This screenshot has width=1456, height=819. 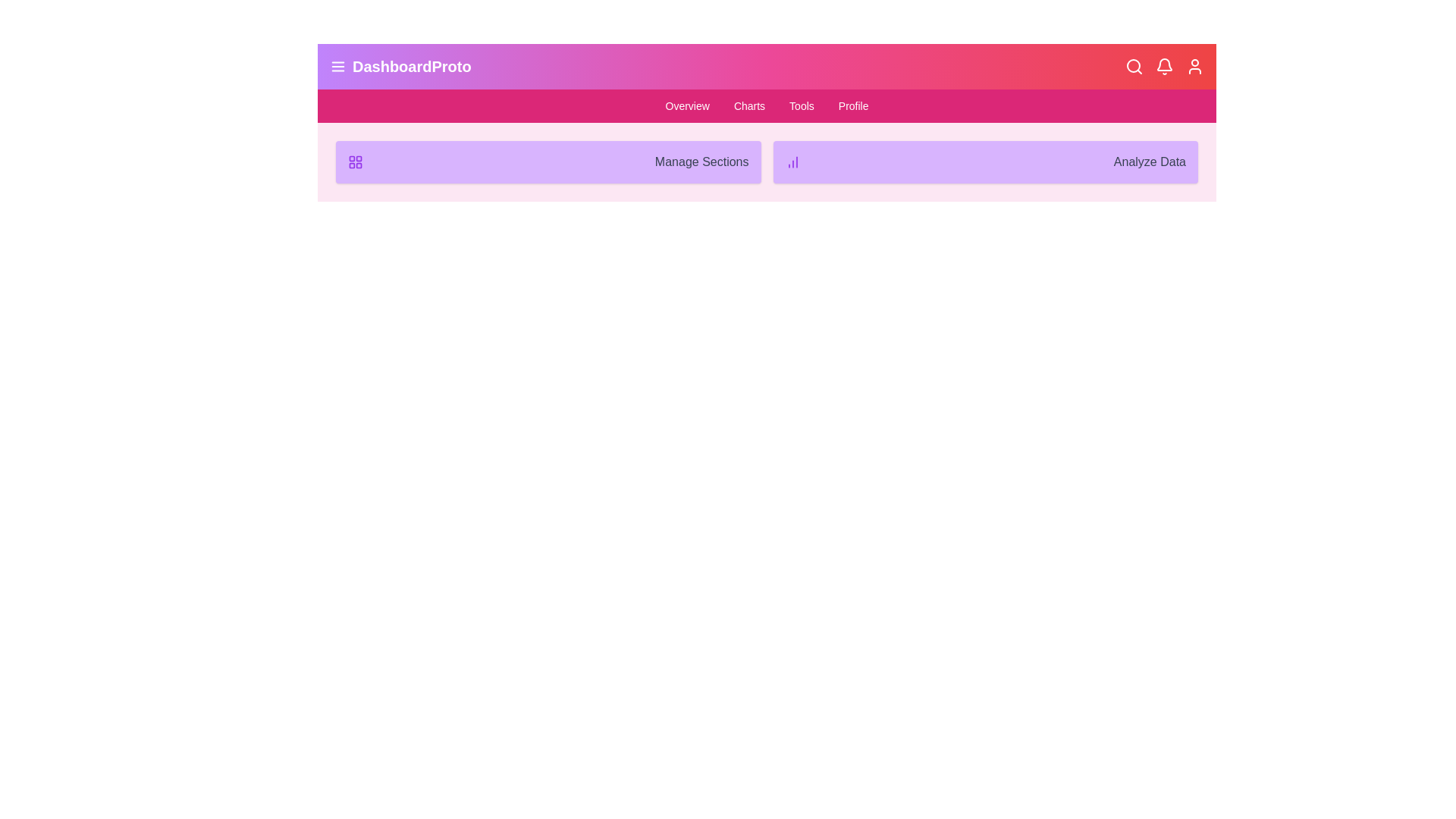 I want to click on the menu item Overview to navigate to the corresponding section, so click(x=686, y=105).